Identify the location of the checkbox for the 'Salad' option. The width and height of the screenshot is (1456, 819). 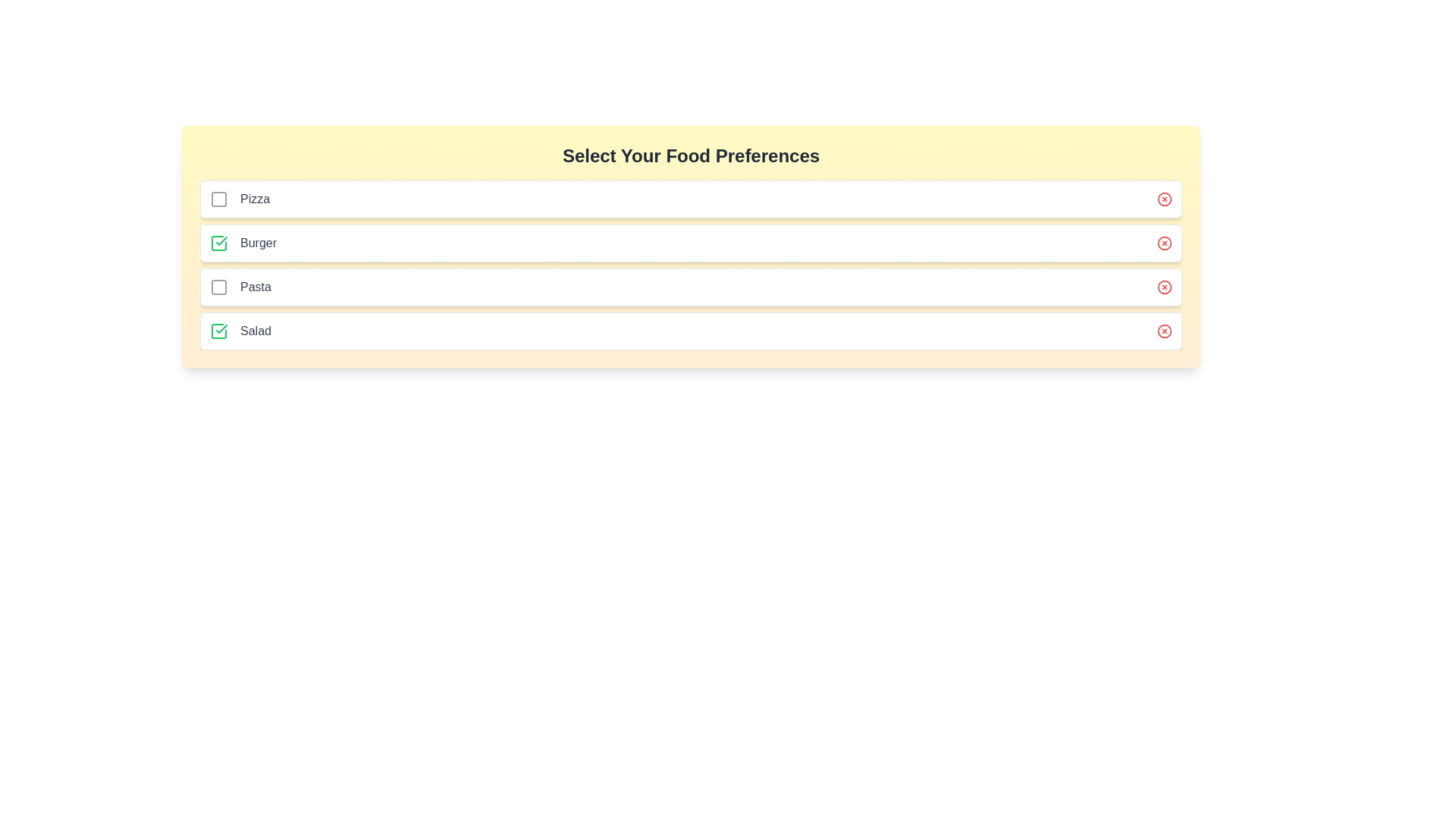
(218, 330).